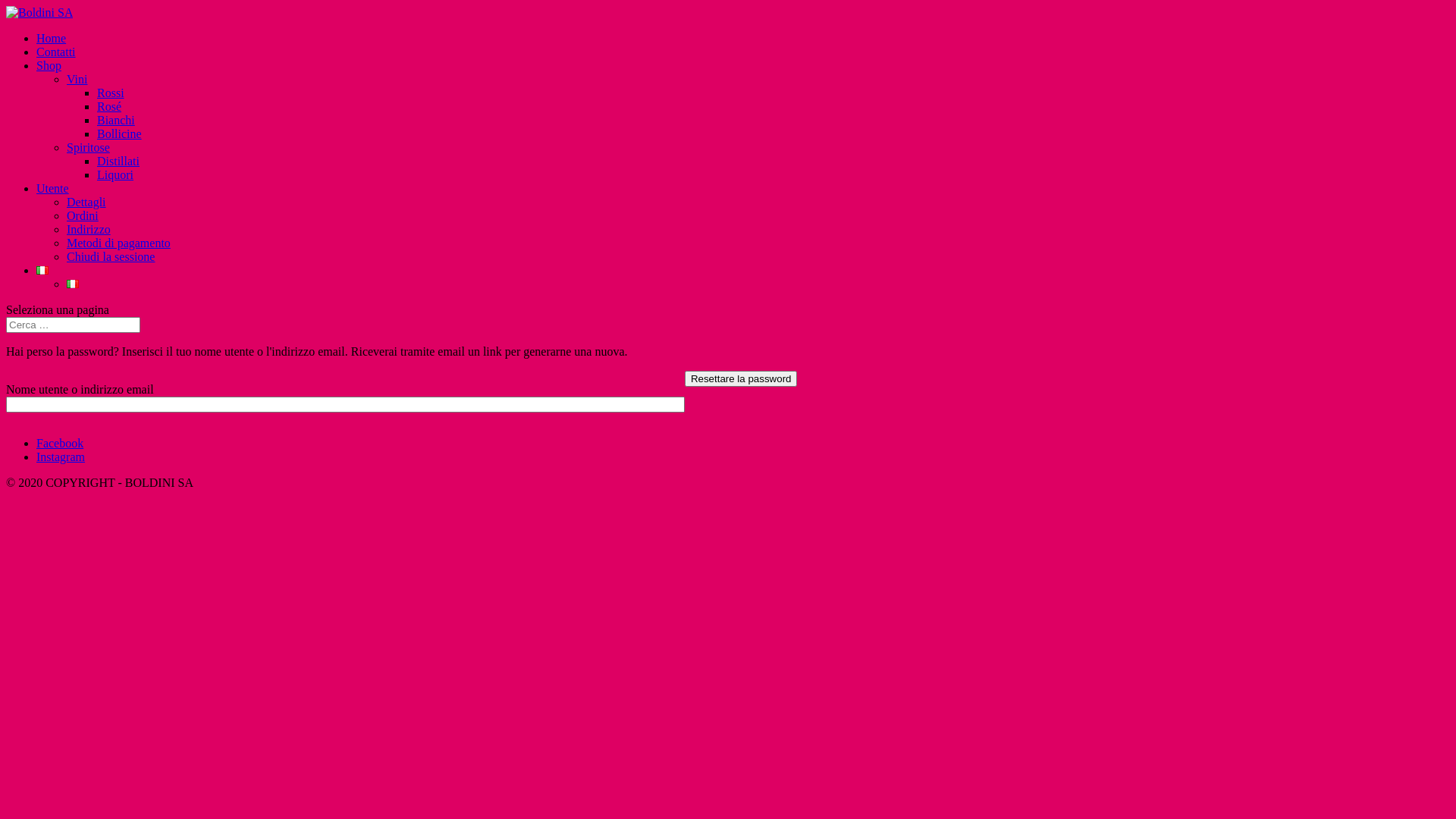 This screenshot has height=819, width=1456. Describe the element at coordinates (76, 79) in the screenshot. I see `'Vini'` at that location.